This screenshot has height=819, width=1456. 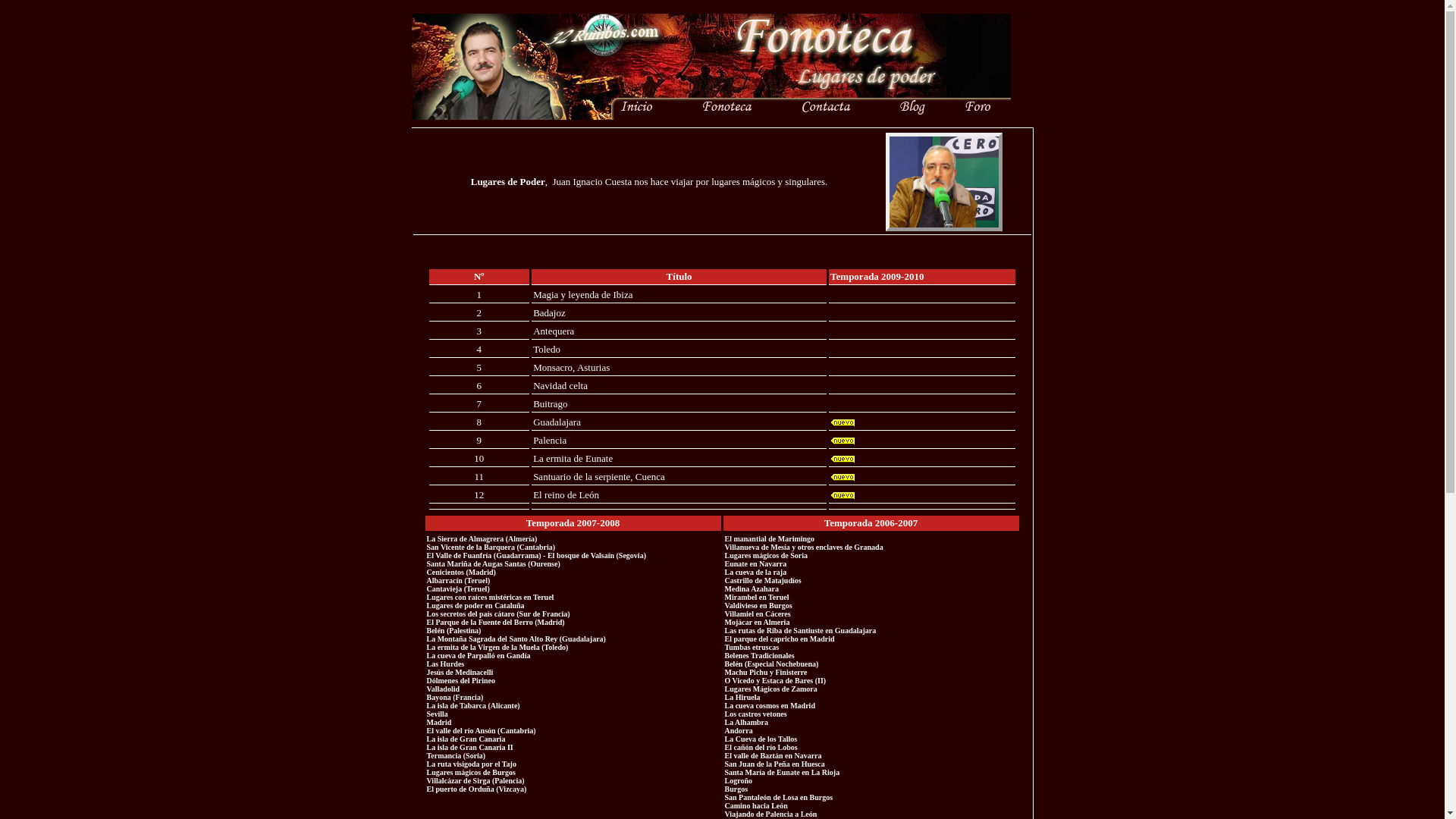 What do you see at coordinates (552, 329) in the screenshot?
I see `'Antequera'` at bounding box center [552, 329].